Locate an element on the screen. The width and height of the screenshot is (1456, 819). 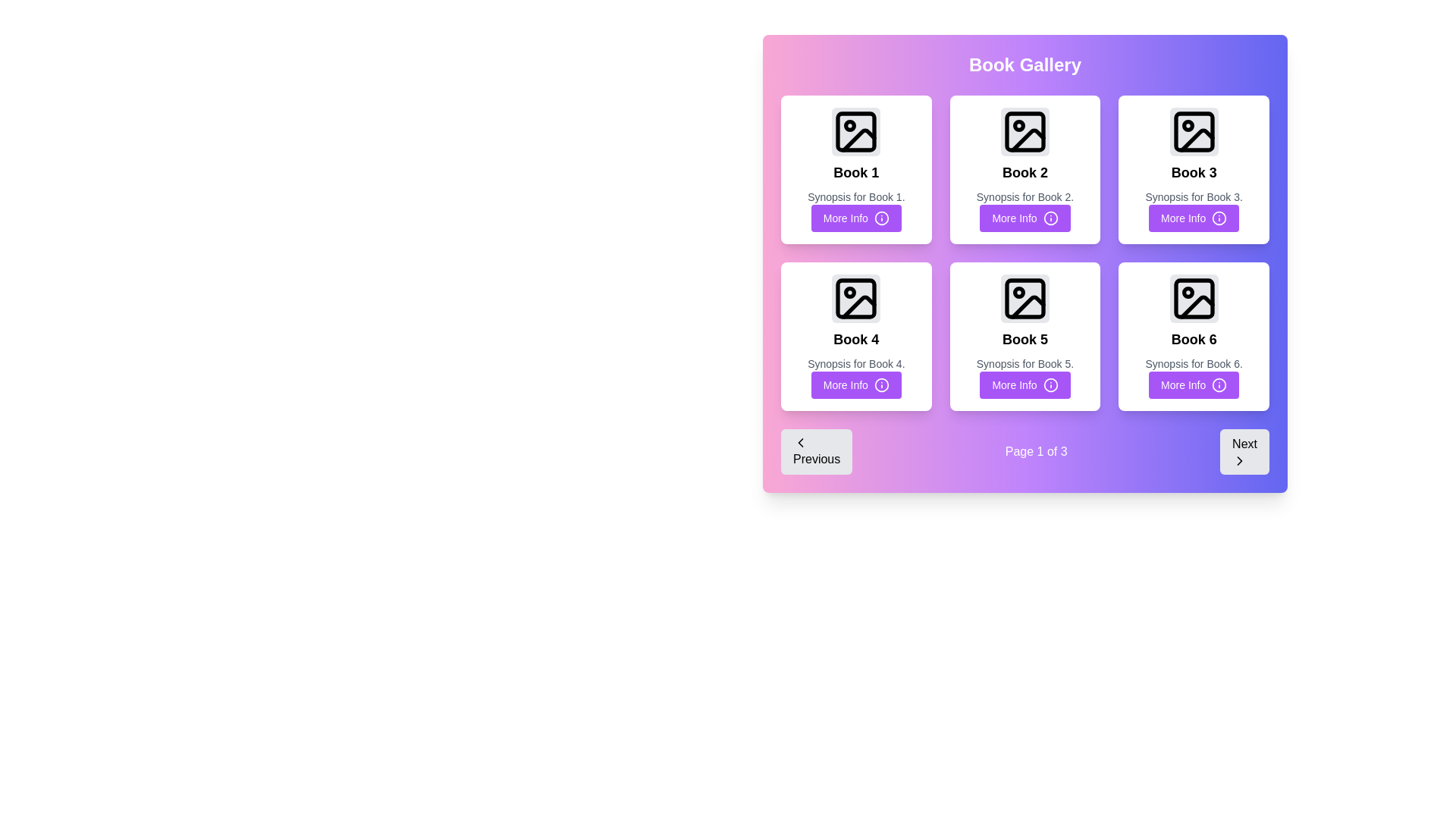
the title text element that serves as the label for the associated book content, positioned centrally in the bottom-right card of a 2-row by 3-column grid layout is located at coordinates (1193, 338).